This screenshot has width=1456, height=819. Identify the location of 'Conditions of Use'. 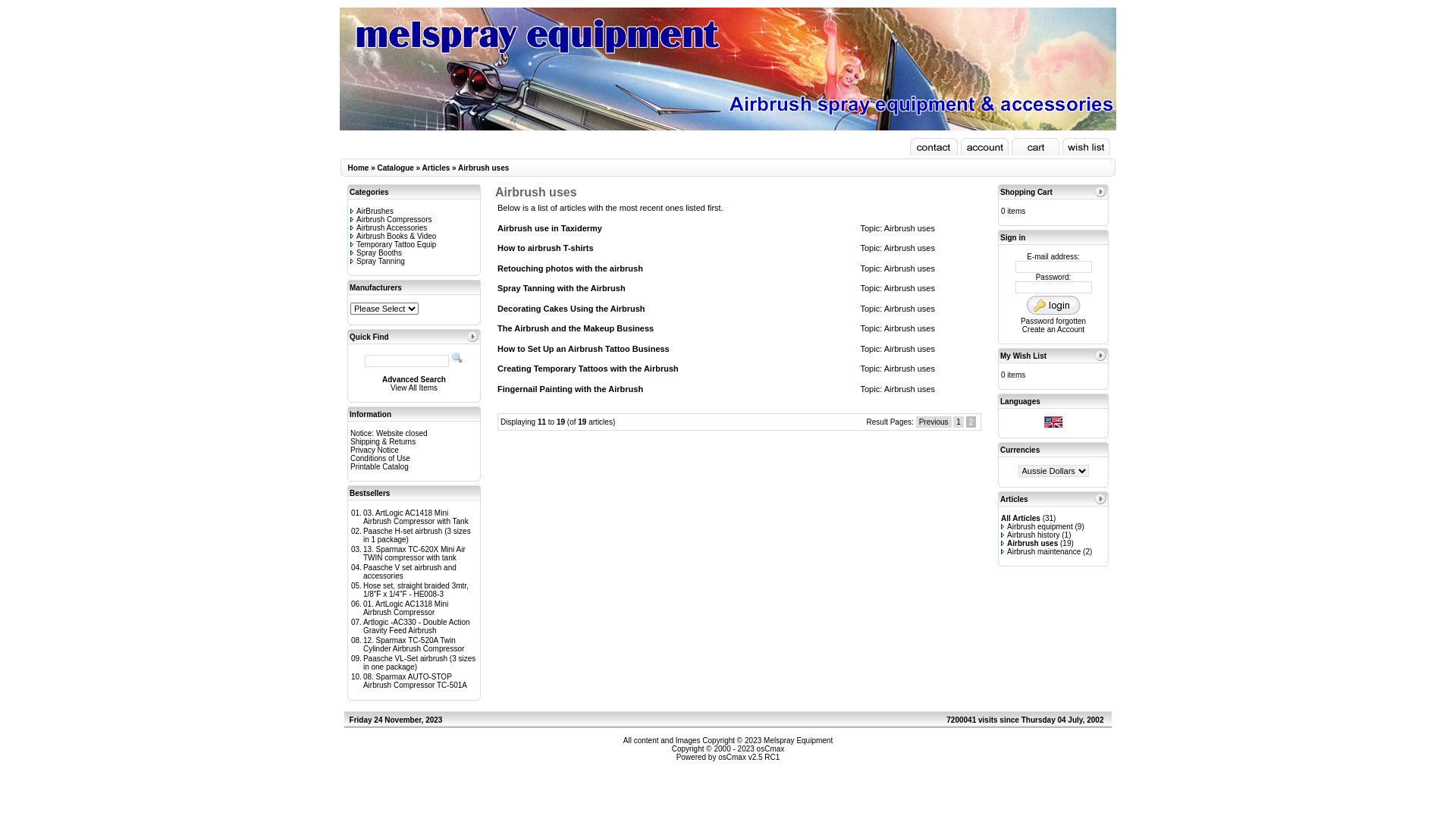
(349, 457).